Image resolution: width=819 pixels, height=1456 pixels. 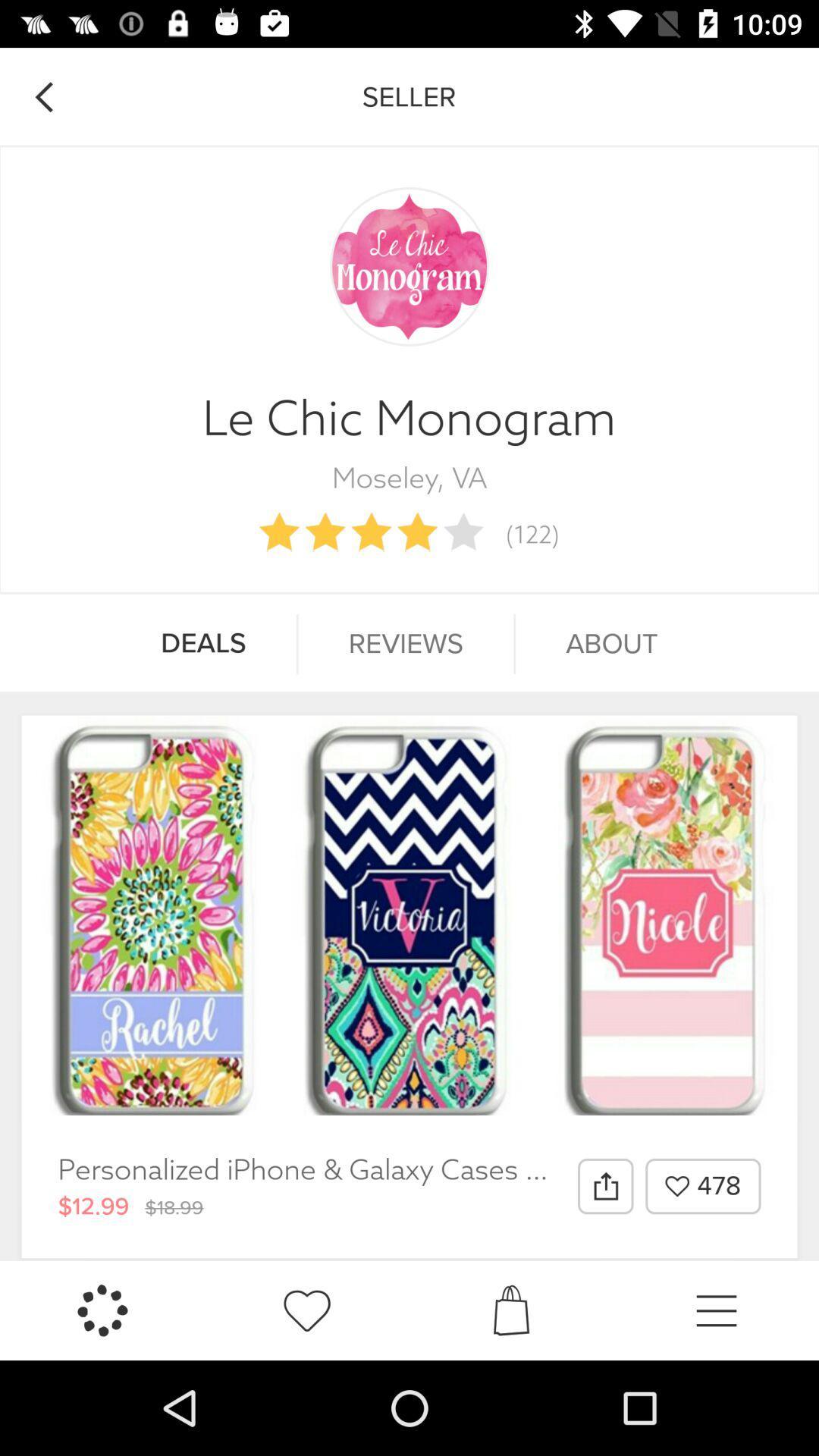 I want to click on item next to about, so click(x=405, y=644).